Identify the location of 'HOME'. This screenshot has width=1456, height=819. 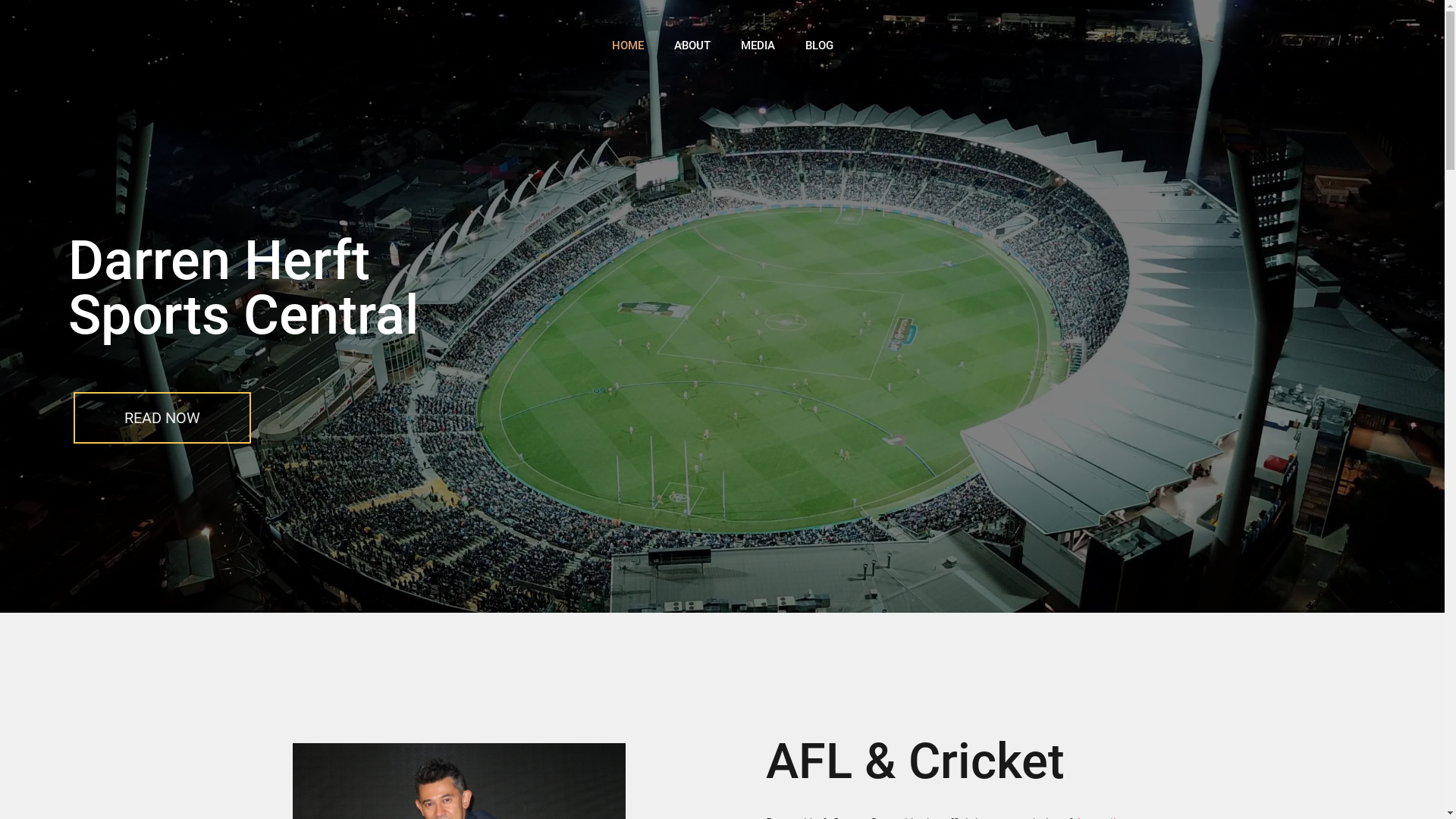
(626, 45).